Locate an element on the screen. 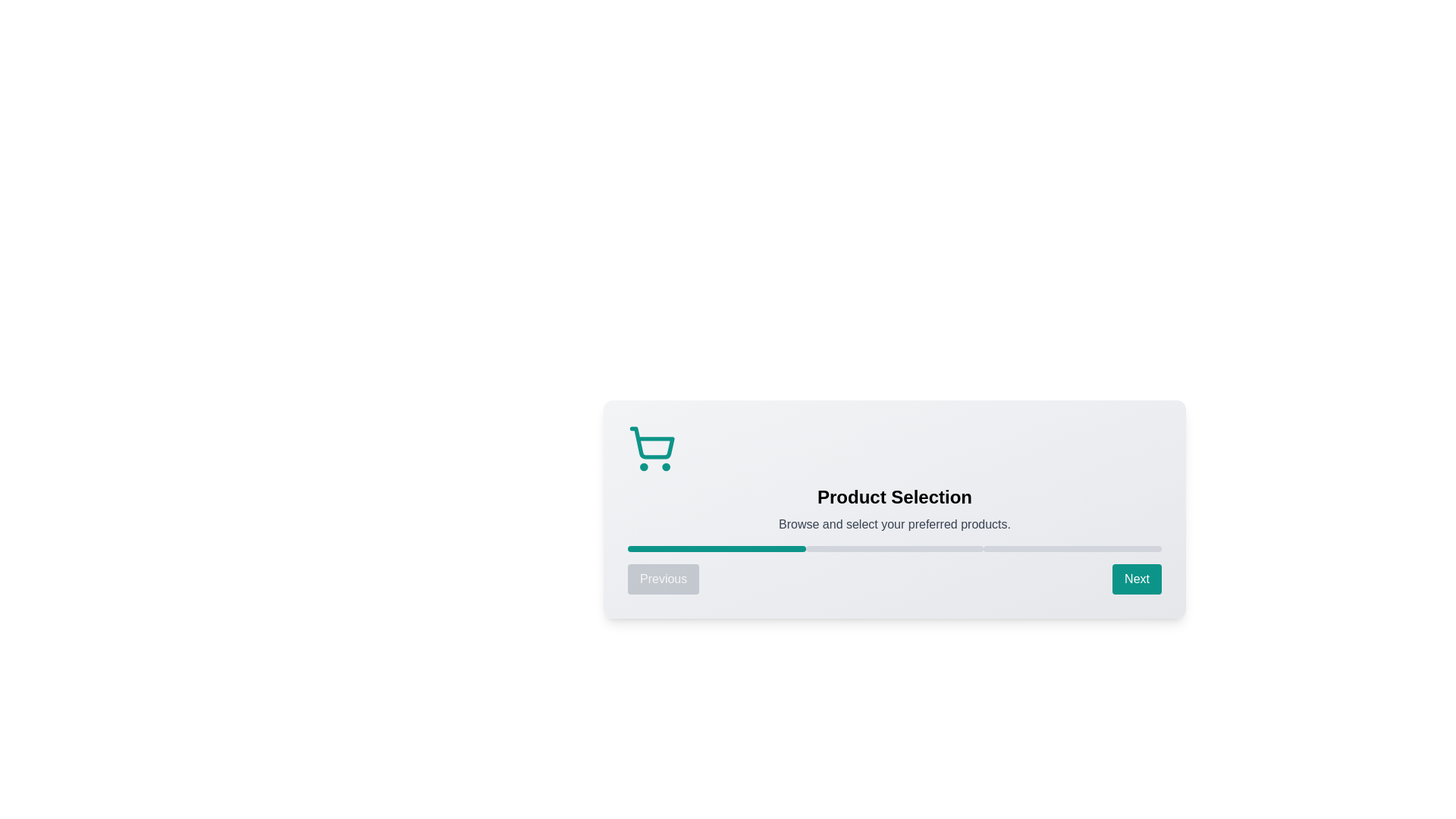  the progress bar to view its state is located at coordinates (895, 549).